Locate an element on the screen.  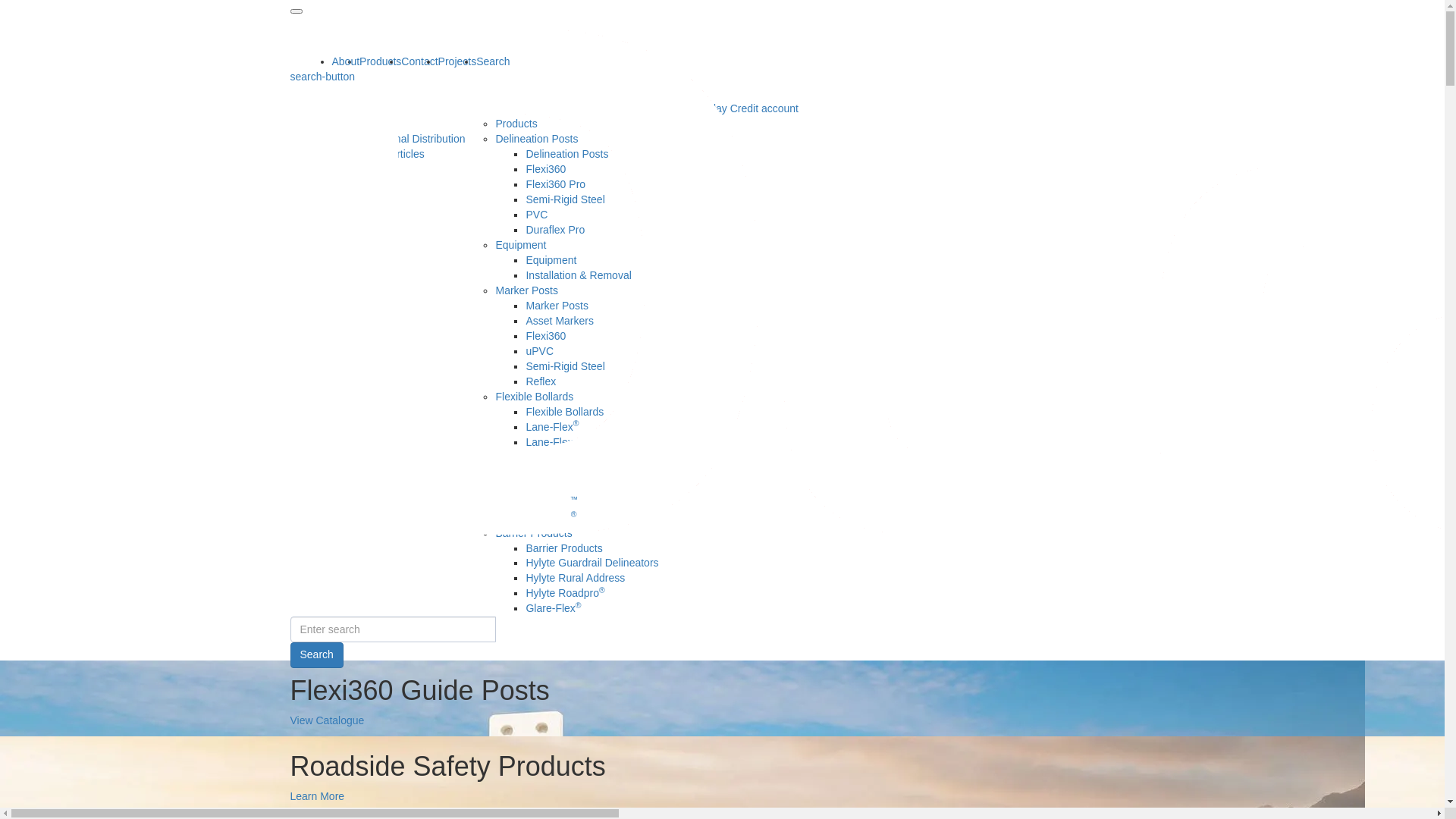
'Delineation Posts' is located at coordinates (536, 138).